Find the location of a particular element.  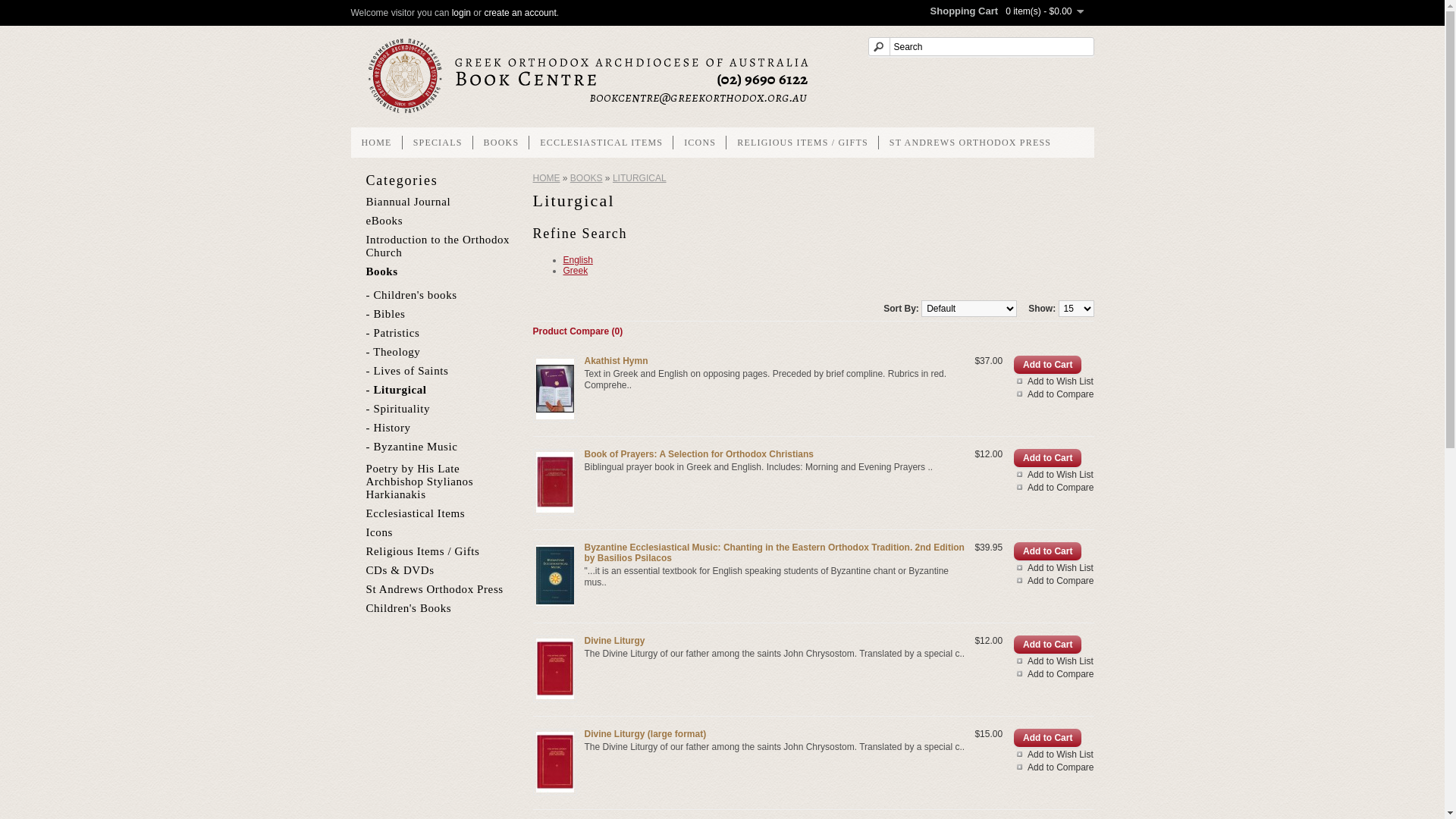

'CDs & DVDs' is located at coordinates (400, 570).